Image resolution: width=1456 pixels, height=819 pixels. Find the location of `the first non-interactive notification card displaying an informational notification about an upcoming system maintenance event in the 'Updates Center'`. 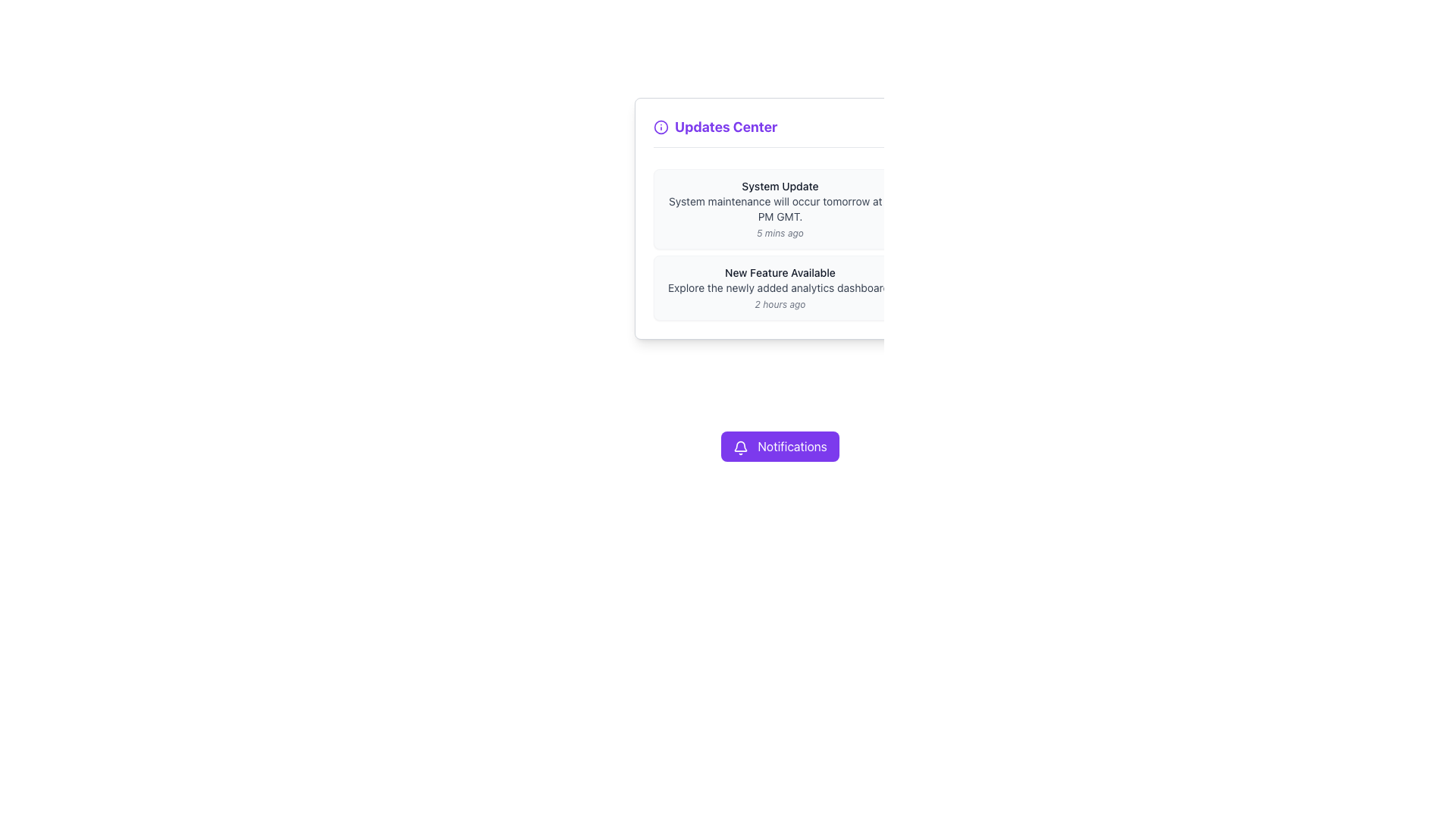

the first non-interactive notification card displaying an informational notification about an upcoming system maintenance event in the 'Updates Center' is located at coordinates (780, 209).